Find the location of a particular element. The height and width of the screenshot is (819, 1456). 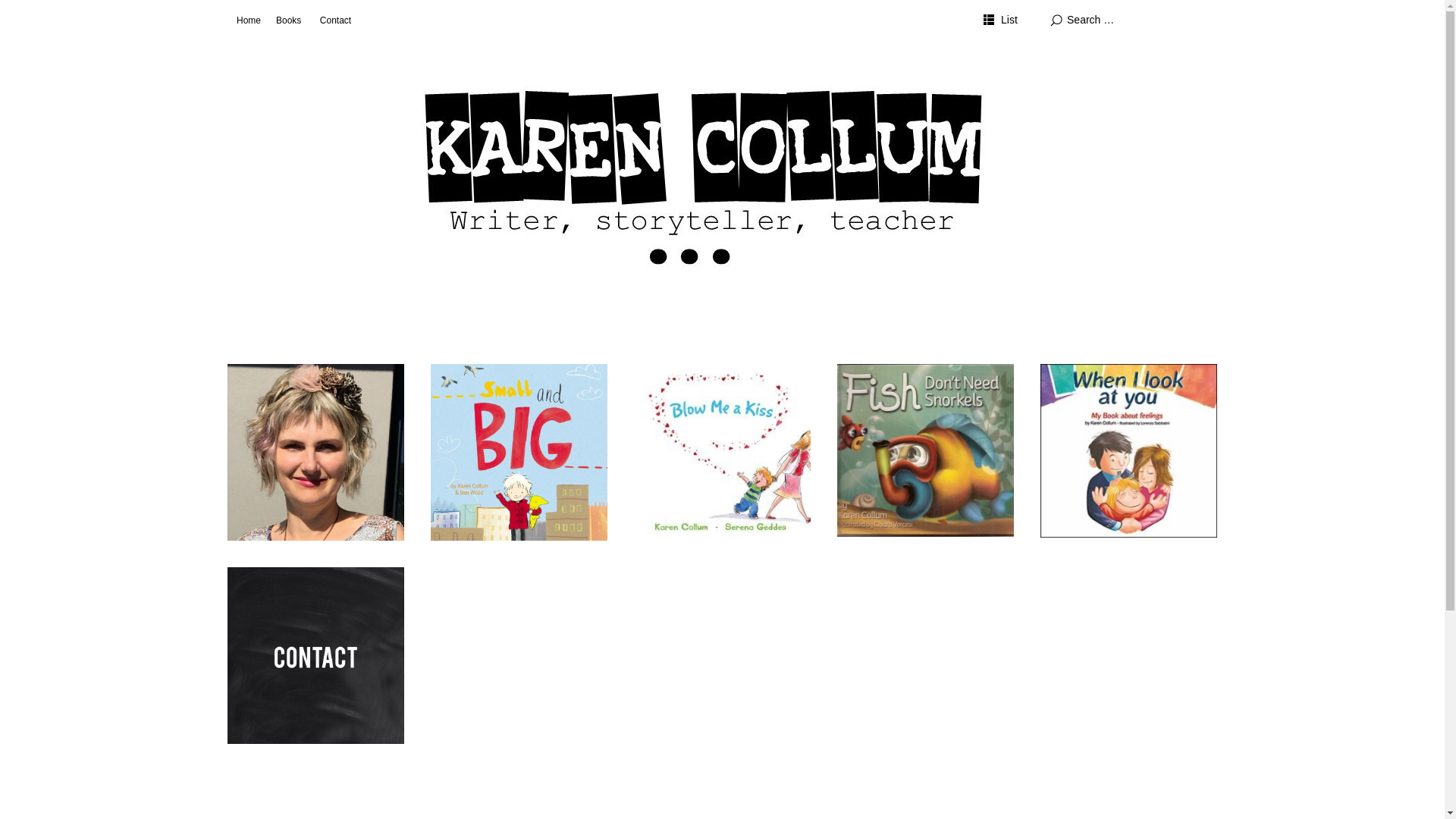

'Permalink to When I Look at You' is located at coordinates (1128, 450).